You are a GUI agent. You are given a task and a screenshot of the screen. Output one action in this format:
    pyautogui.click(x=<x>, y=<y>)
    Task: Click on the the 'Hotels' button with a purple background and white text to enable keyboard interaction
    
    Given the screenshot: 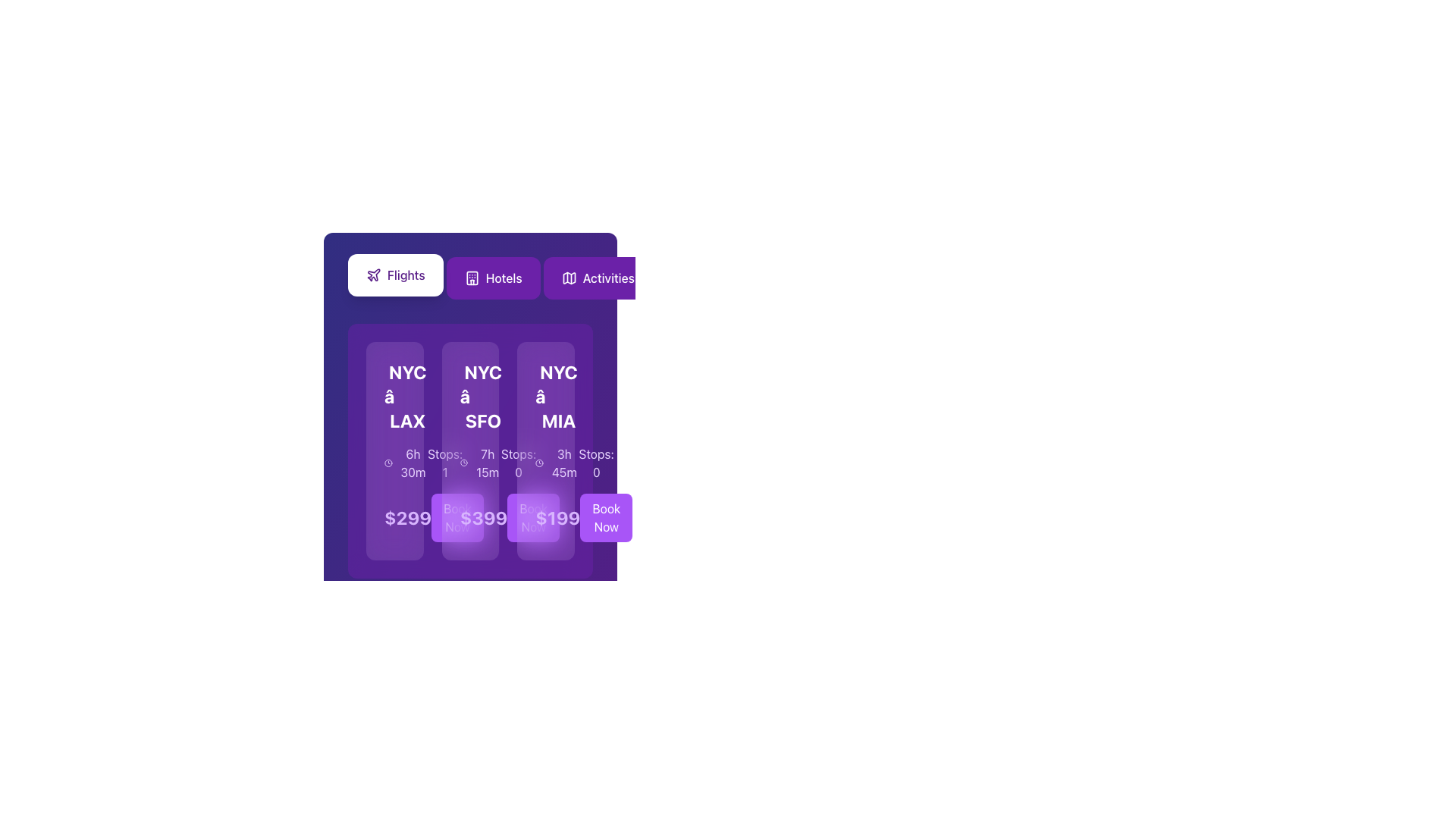 What is the action you would take?
    pyautogui.click(x=493, y=278)
    